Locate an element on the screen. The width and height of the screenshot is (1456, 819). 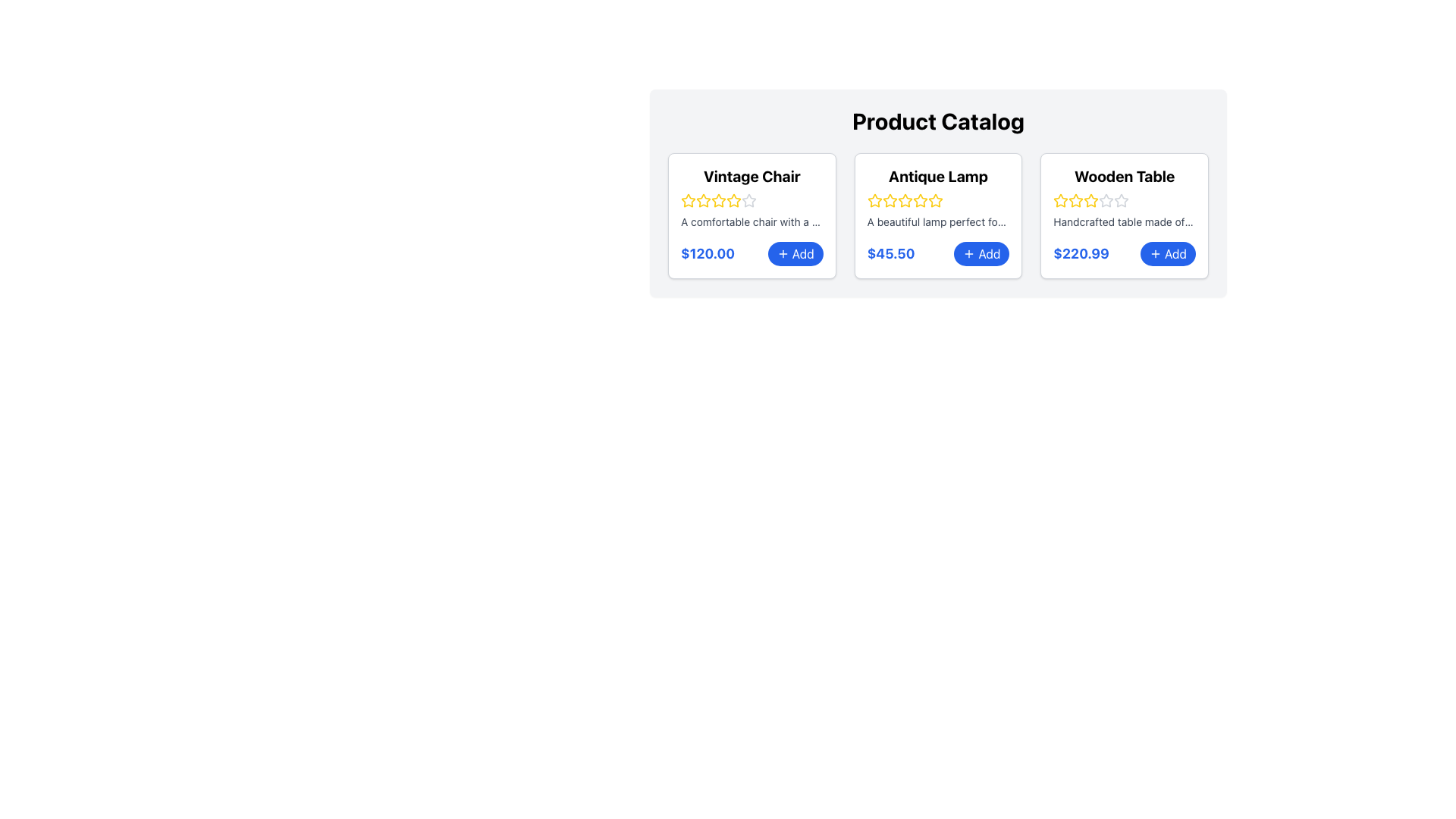
the text label displaying the price '$220.99' styled in bold blue font, located in the lower left corner of the rightmost product card is located at coordinates (1080, 253).